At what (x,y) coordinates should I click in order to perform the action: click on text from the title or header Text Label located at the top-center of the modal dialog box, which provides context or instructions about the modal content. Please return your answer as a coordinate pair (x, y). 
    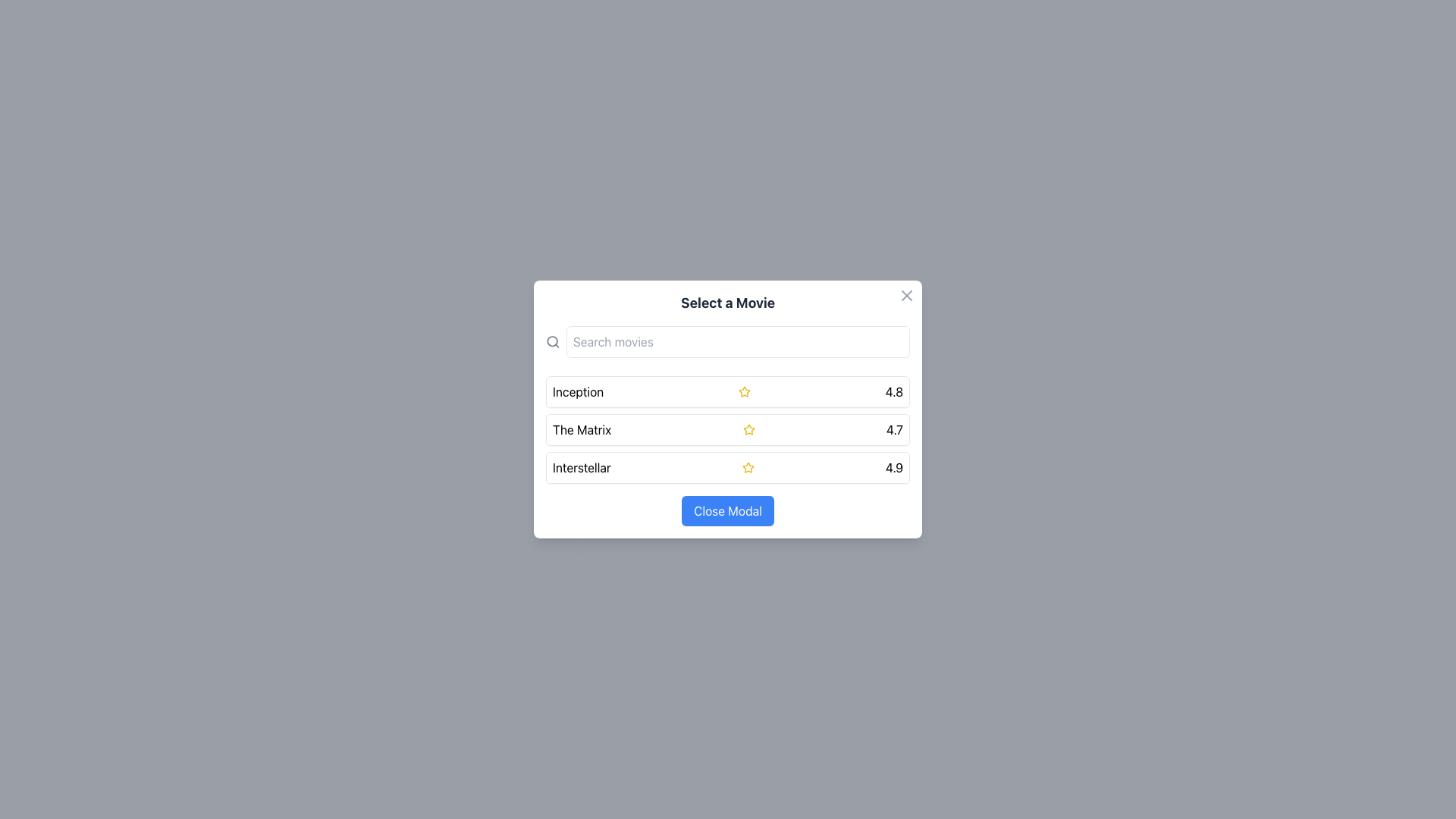
    Looking at the image, I should click on (728, 303).